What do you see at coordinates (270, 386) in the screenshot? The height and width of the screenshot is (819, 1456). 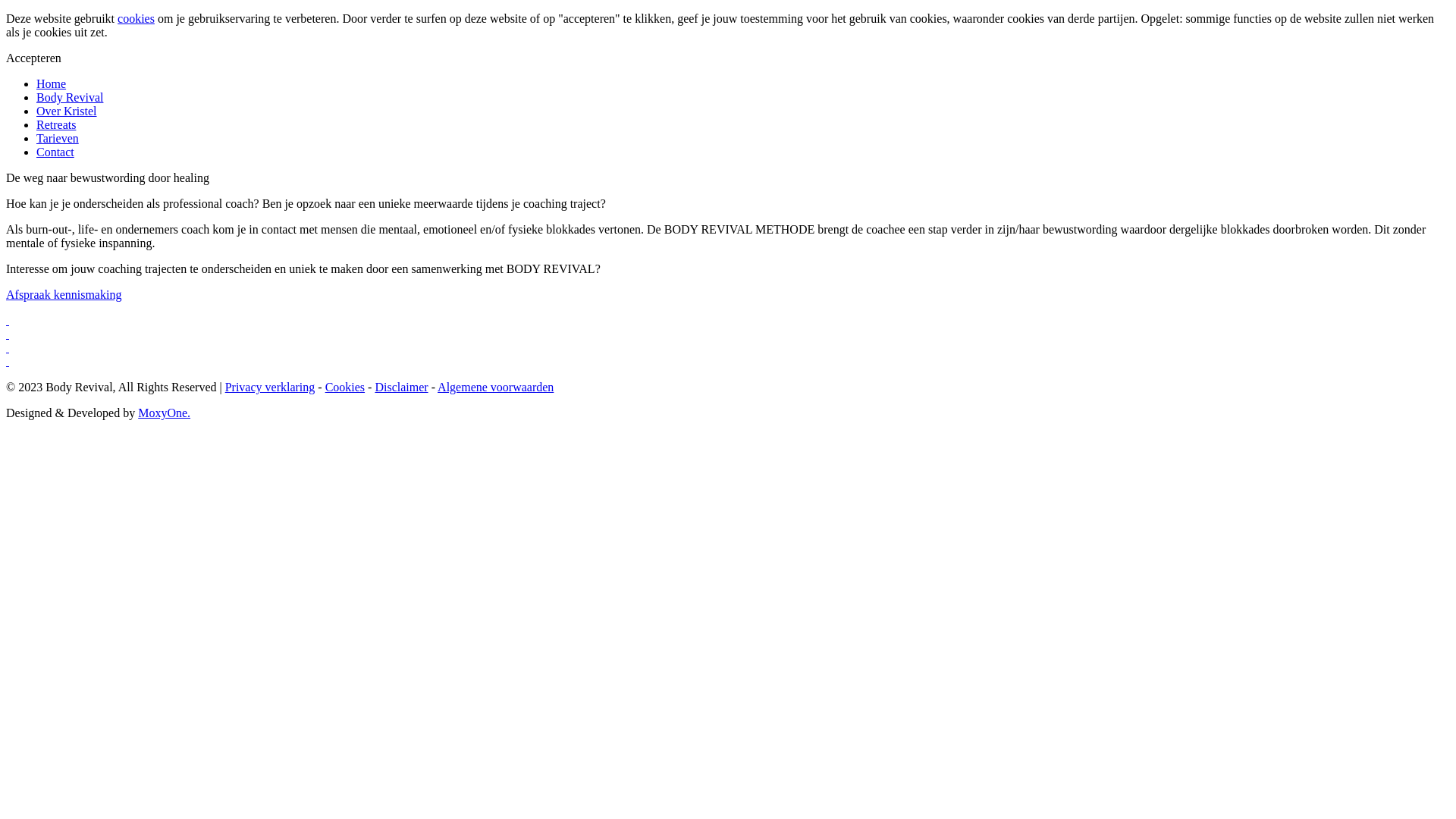 I see `'Privacy verklaring'` at bounding box center [270, 386].